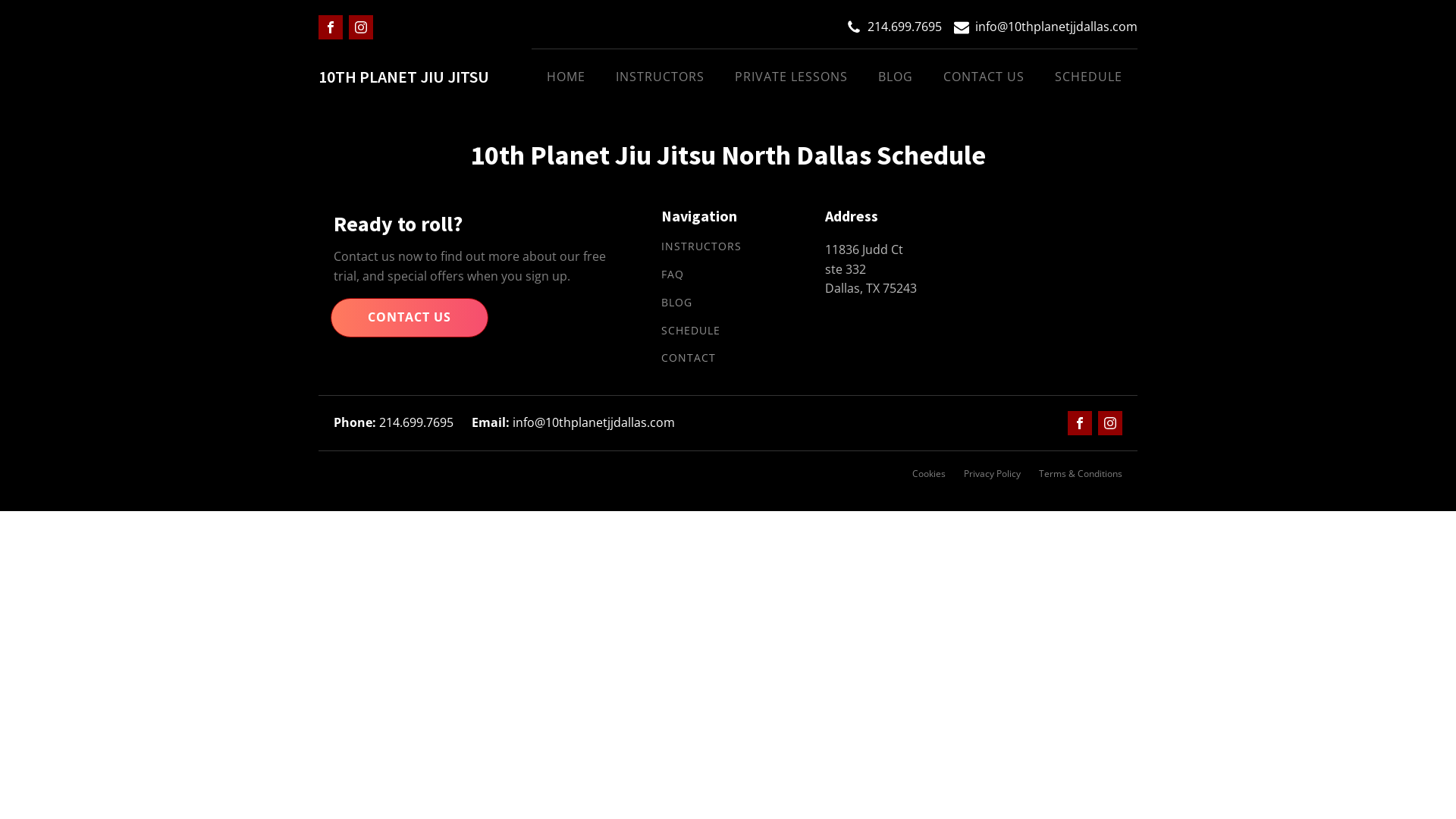 The height and width of the screenshot is (819, 1456). Describe the element at coordinates (1055, 27) in the screenshot. I see `'info@10thplanetjjdallas.com'` at that location.